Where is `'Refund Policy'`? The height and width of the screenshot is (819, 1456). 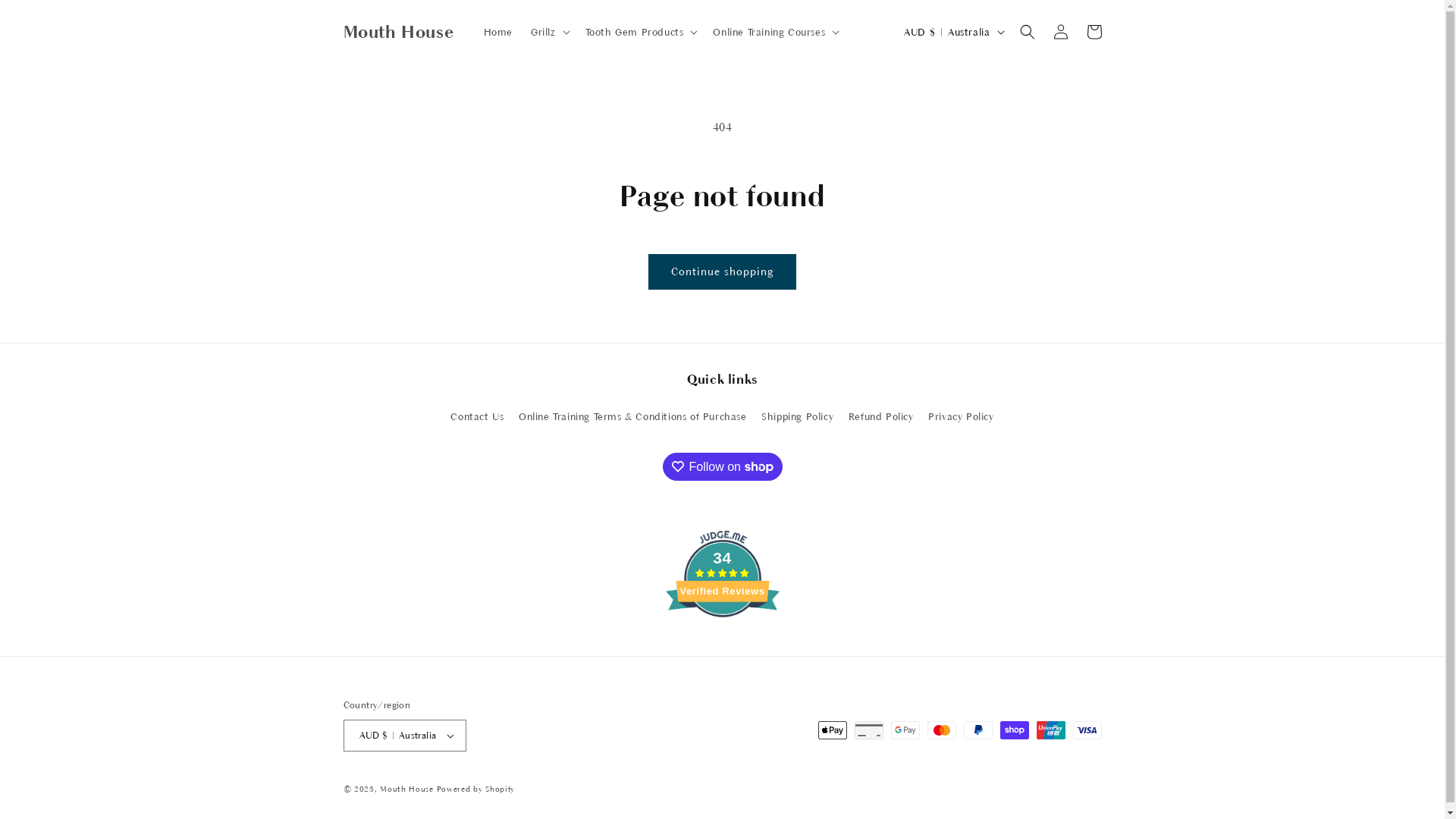
'Refund Policy' is located at coordinates (880, 416).